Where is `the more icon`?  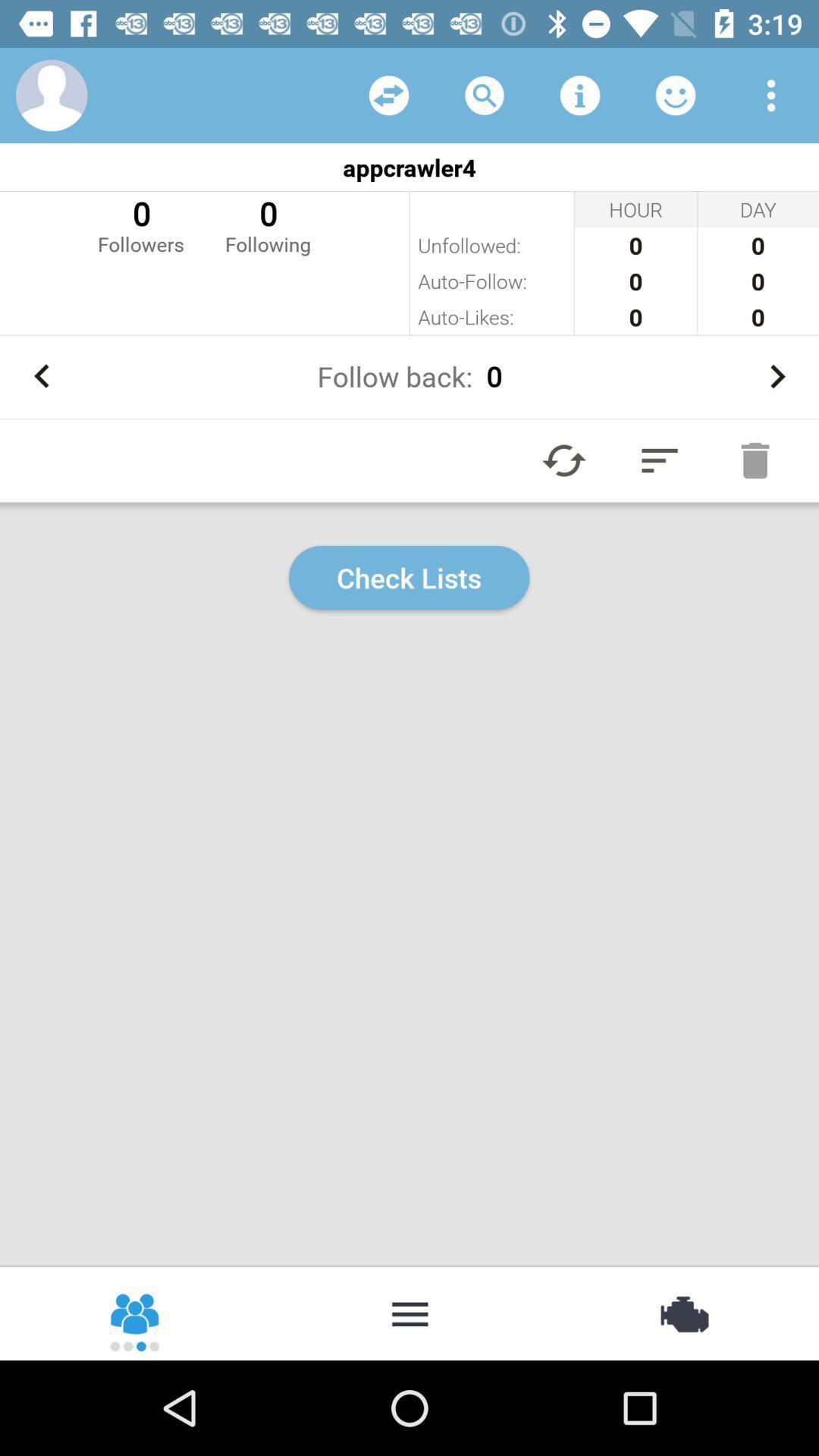
the more icon is located at coordinates (409, 1312).